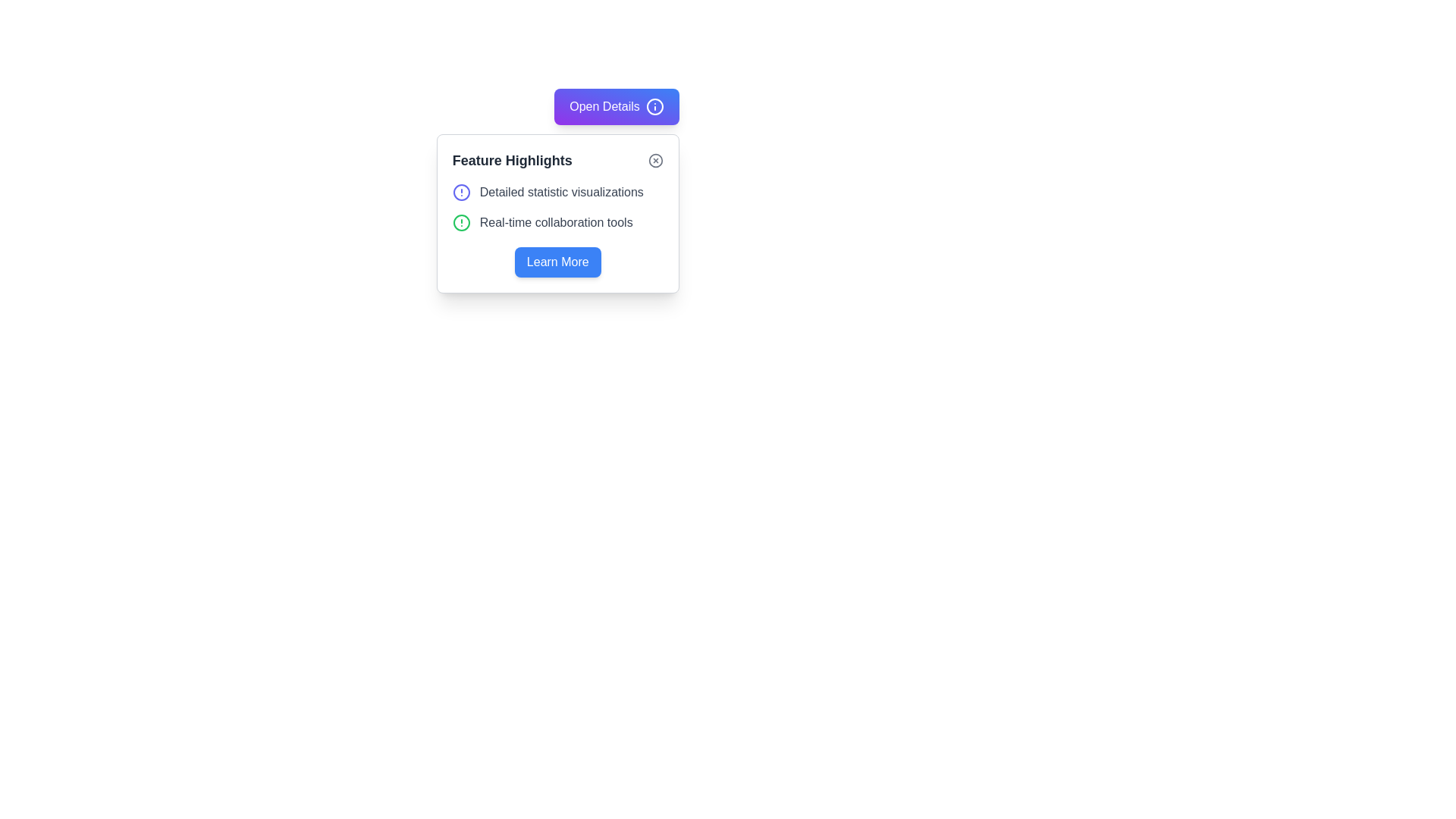  What do you see at coordinates (654, 106) in the screenshot?
I see `the 'Open Details' button which contains the information icon on the far right` at bounding box center [654, 106].